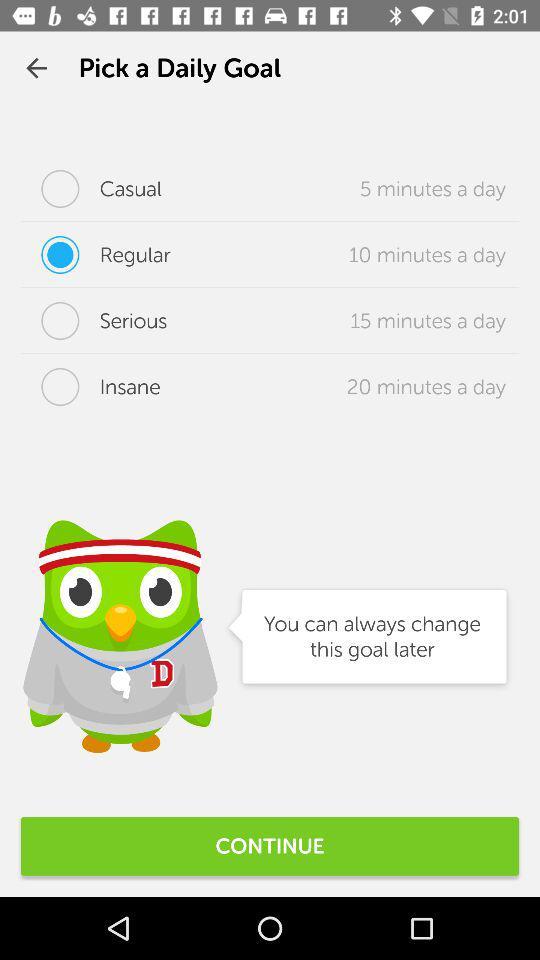 Image resolution: width=540 pixels, height=960 pixels. Describe the element at coordinates (93, 321) in the screenshot. I see `serious` at that location.